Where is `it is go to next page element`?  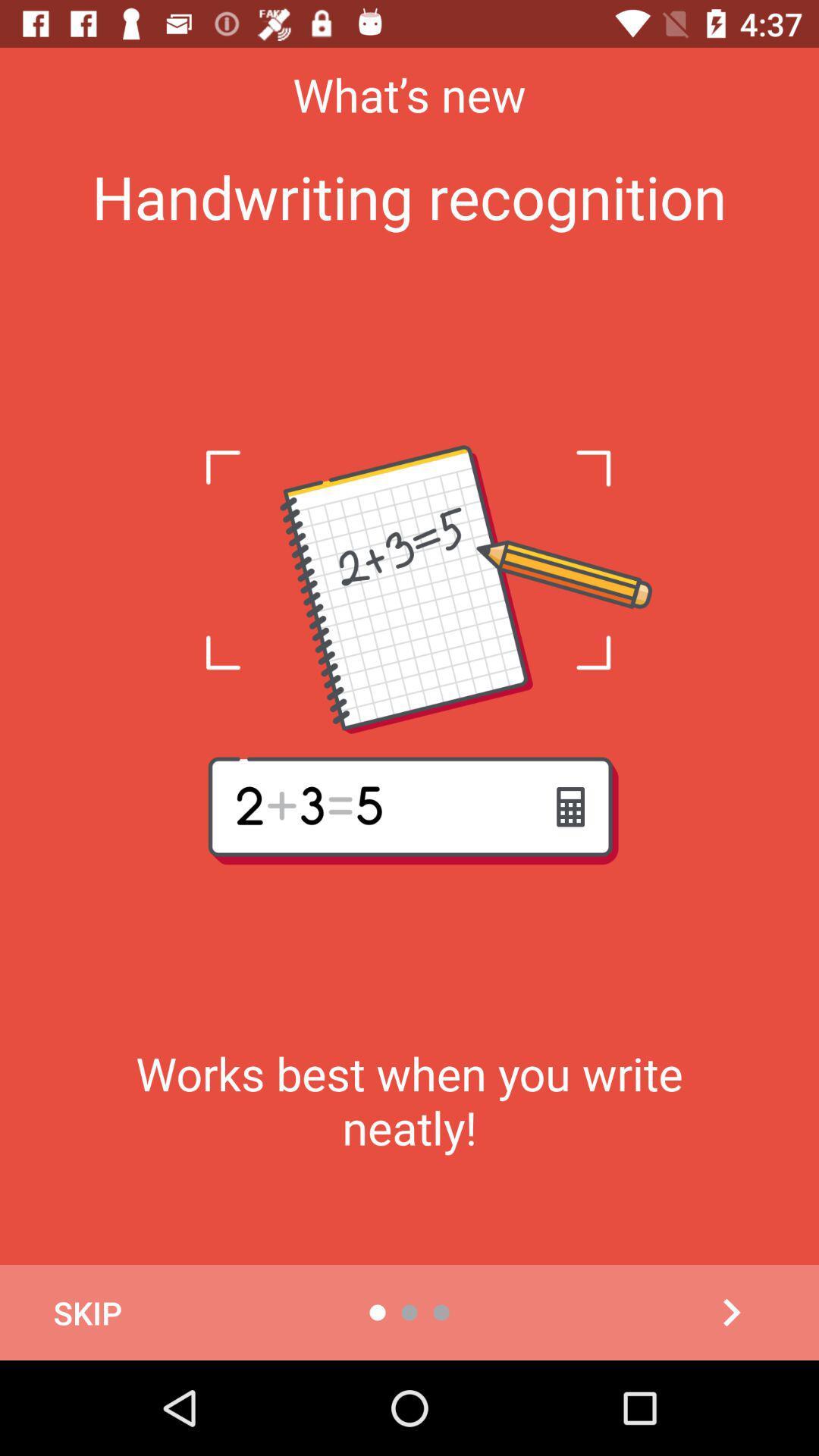 it is go to next page element is located at coordinates (730, 1312).